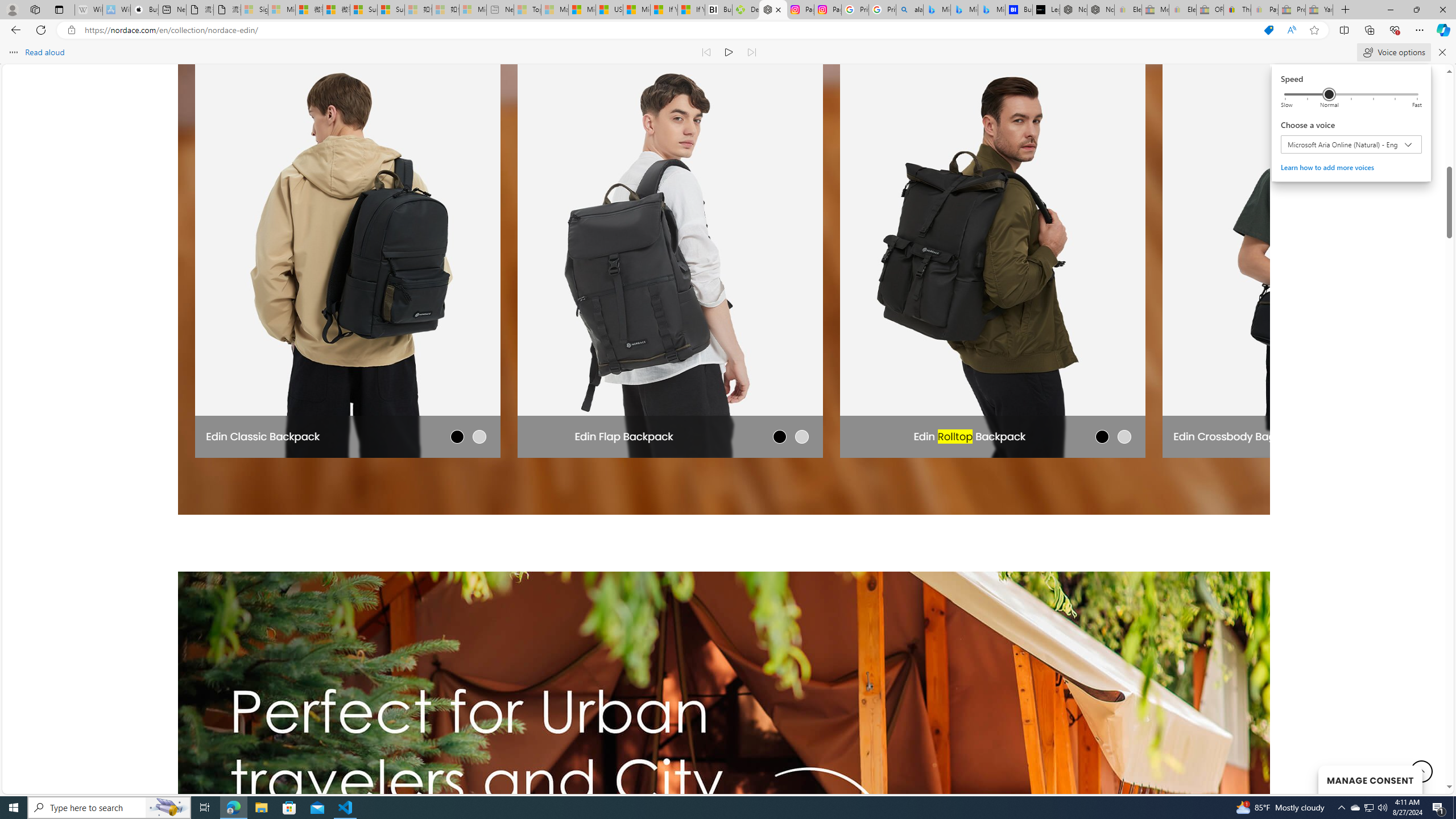  I want to click on 'Read previous paragraph', so click(705, 52).